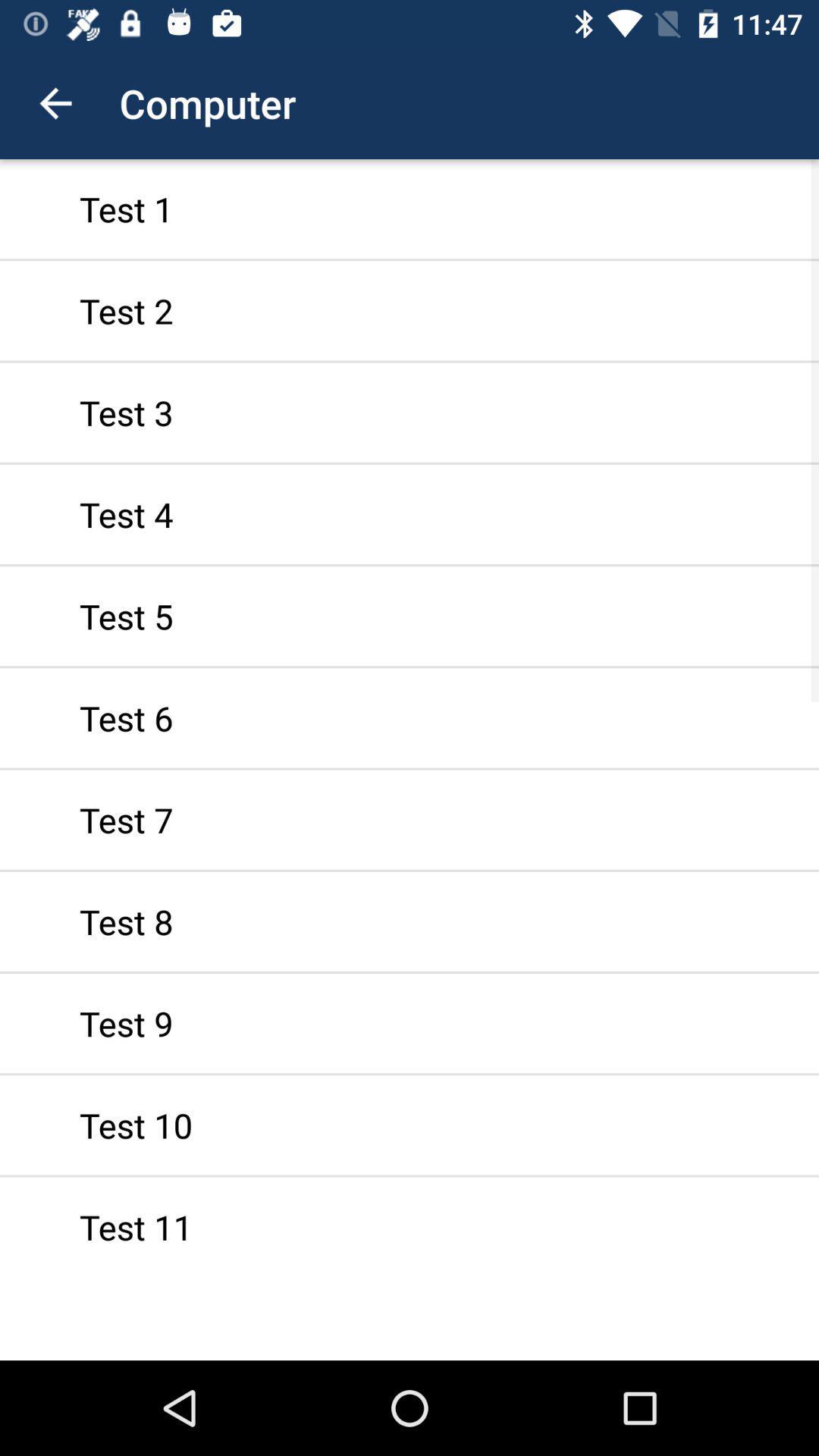 Image resolution: width=819 pixels, height=1456 pixels. What do you see at coordinates (409, 514) in the screenshot?
I see `the test 4` at bounding box center [409, 514].